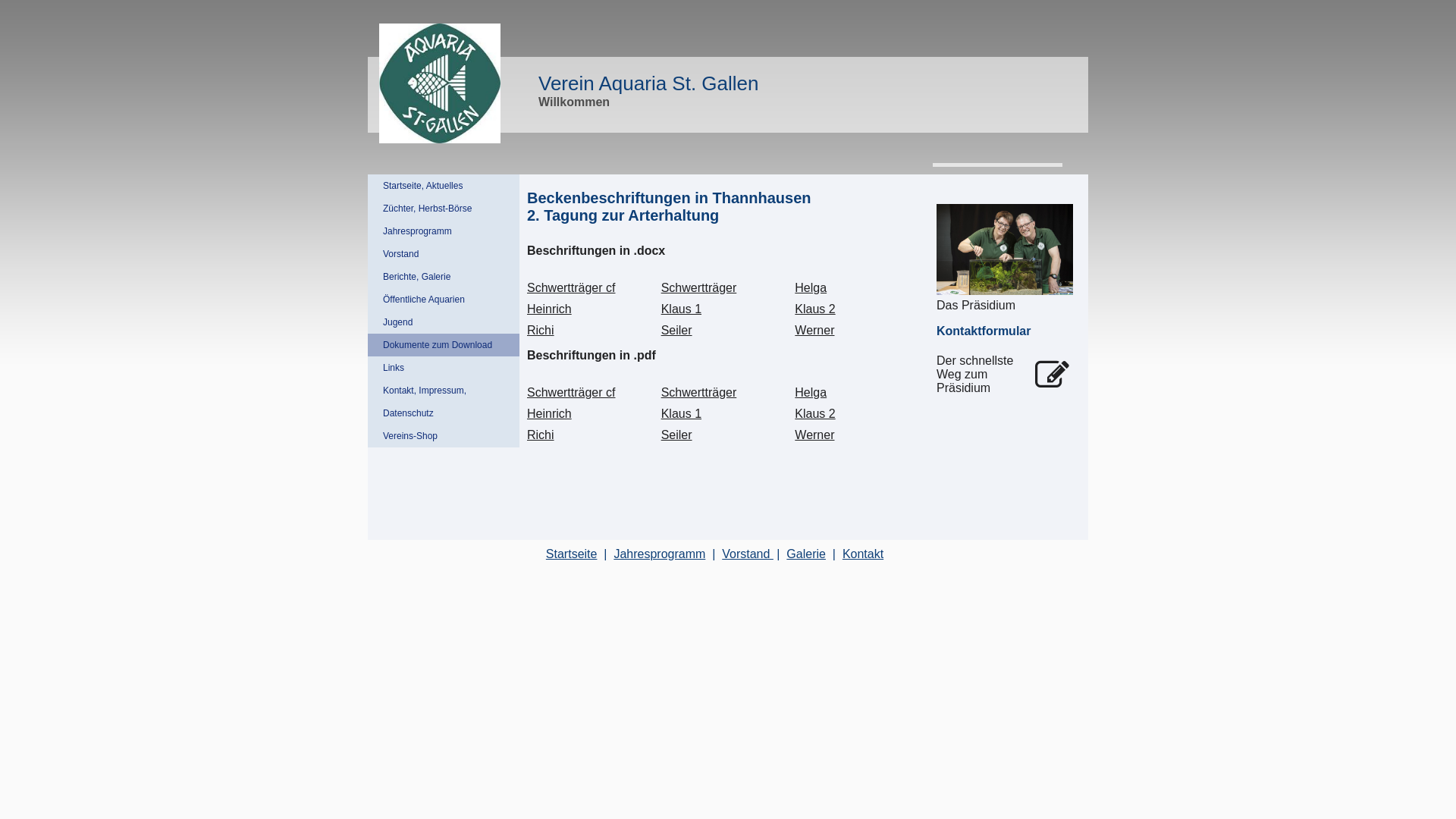 This screenshot has height=819, width=1456. What do you see at coordinates (680, 413) in the screenshot?
I see `'Klaus 1'` at bounding box center [680, 413].